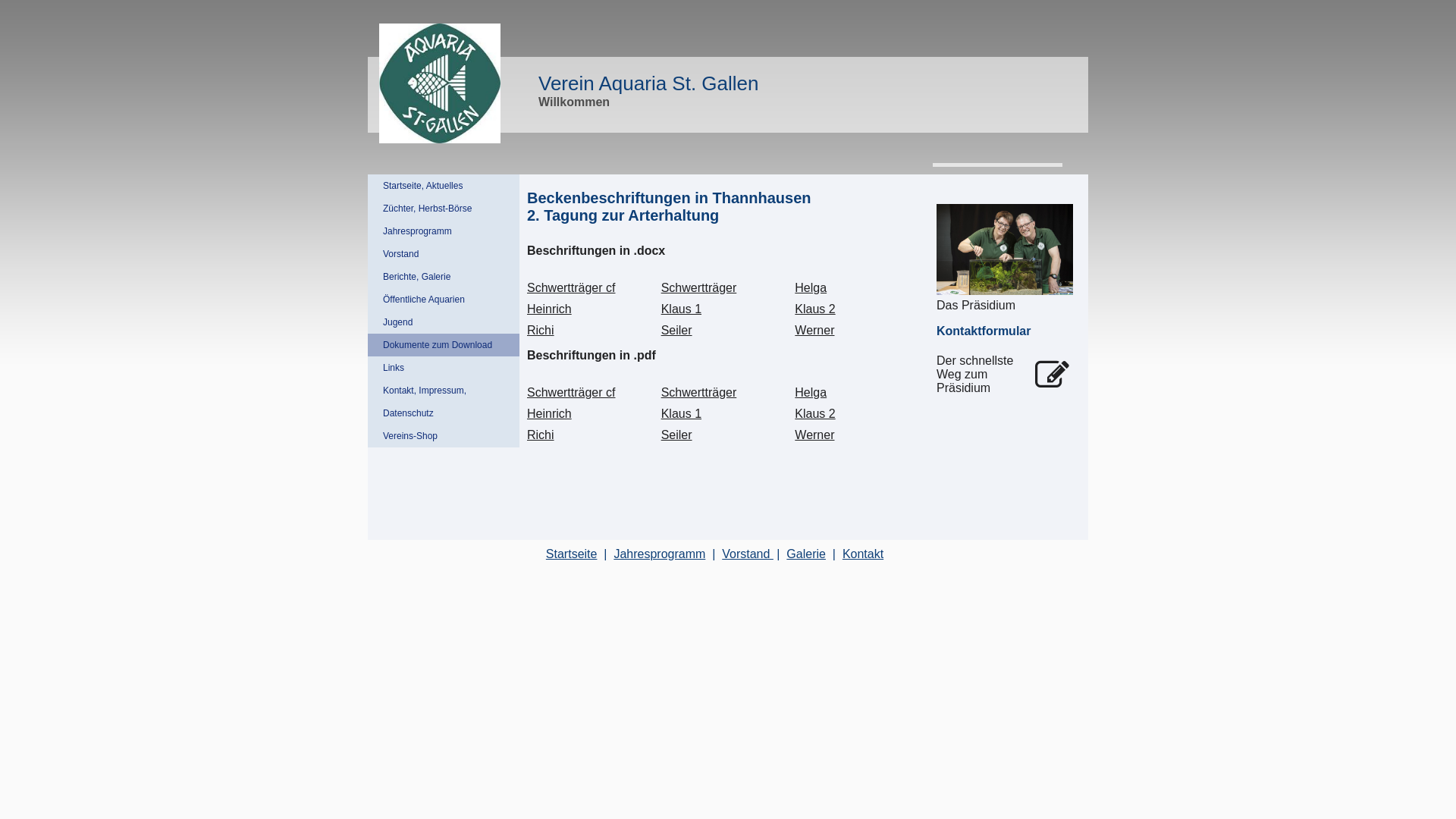 This screenshot has height=819, width=1456. What do you see at coordinates (680, 413) in the screenshot?
I see `'Klaus 1'` at bounding box center [680, 413].